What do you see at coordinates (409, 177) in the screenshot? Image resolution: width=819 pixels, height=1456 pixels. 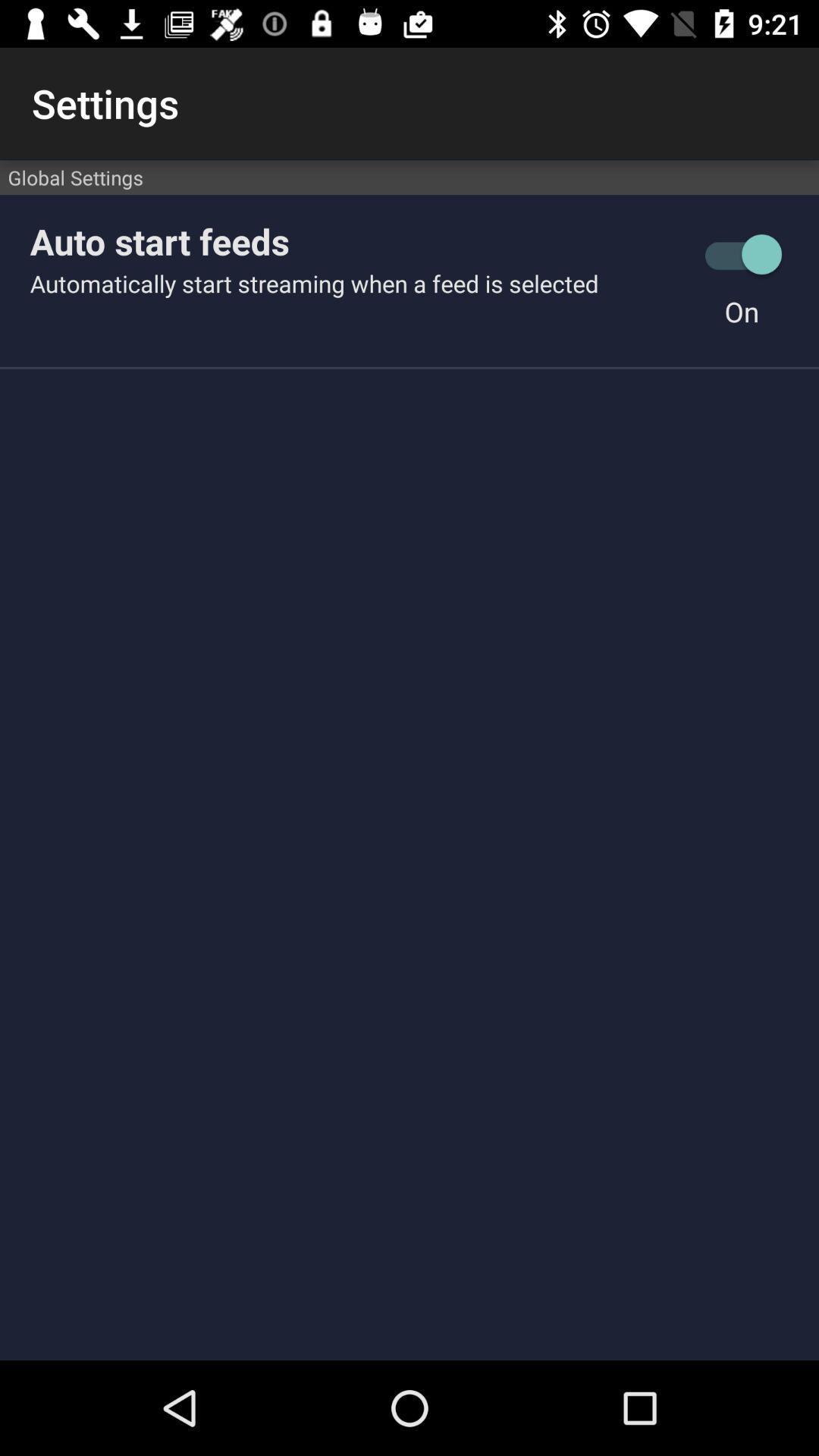 I see `item above auto start feeds` at bounding box center [409, 177].